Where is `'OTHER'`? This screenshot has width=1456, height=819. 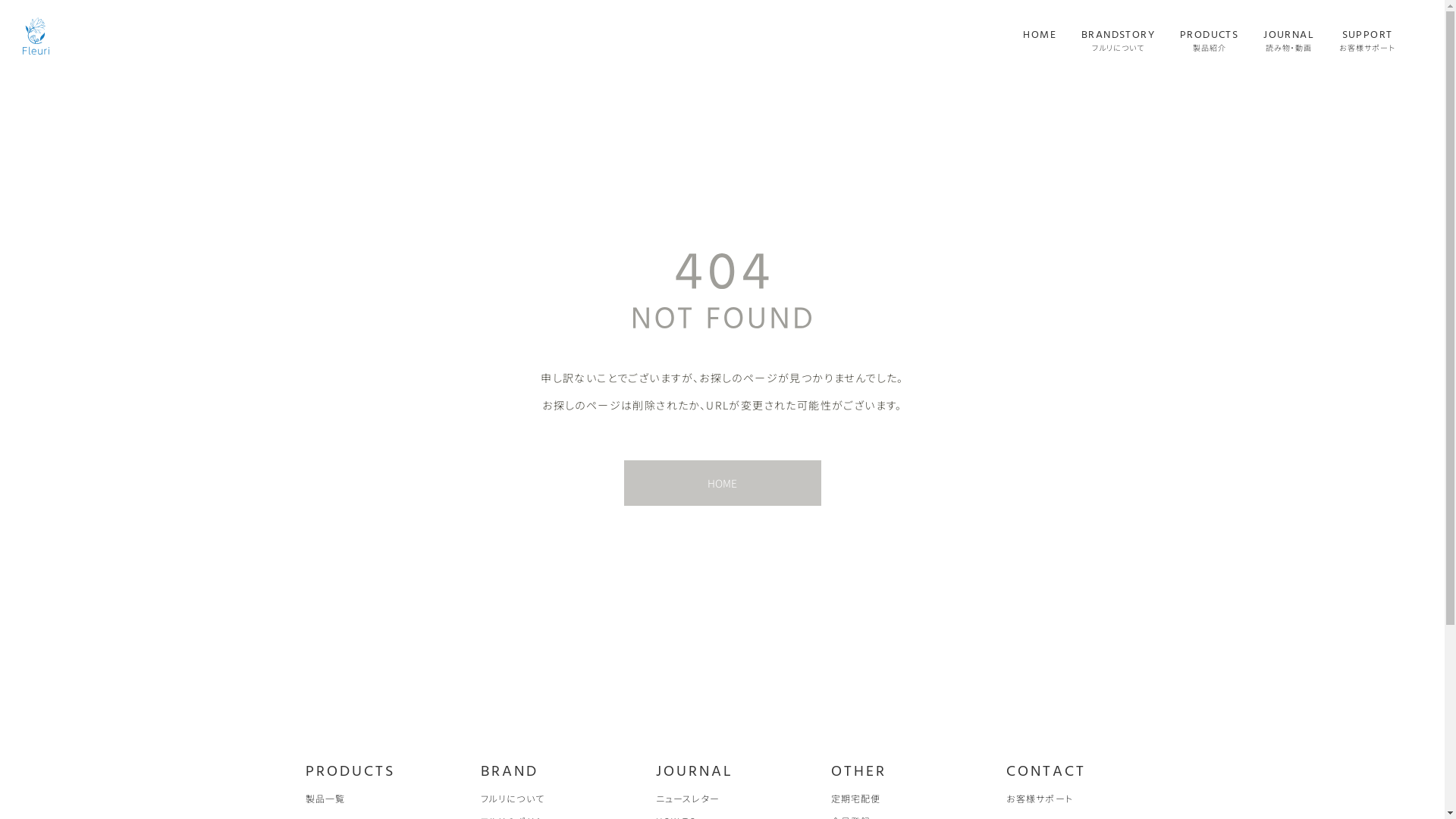
'OTHER' is located at coordinates (858, 772).